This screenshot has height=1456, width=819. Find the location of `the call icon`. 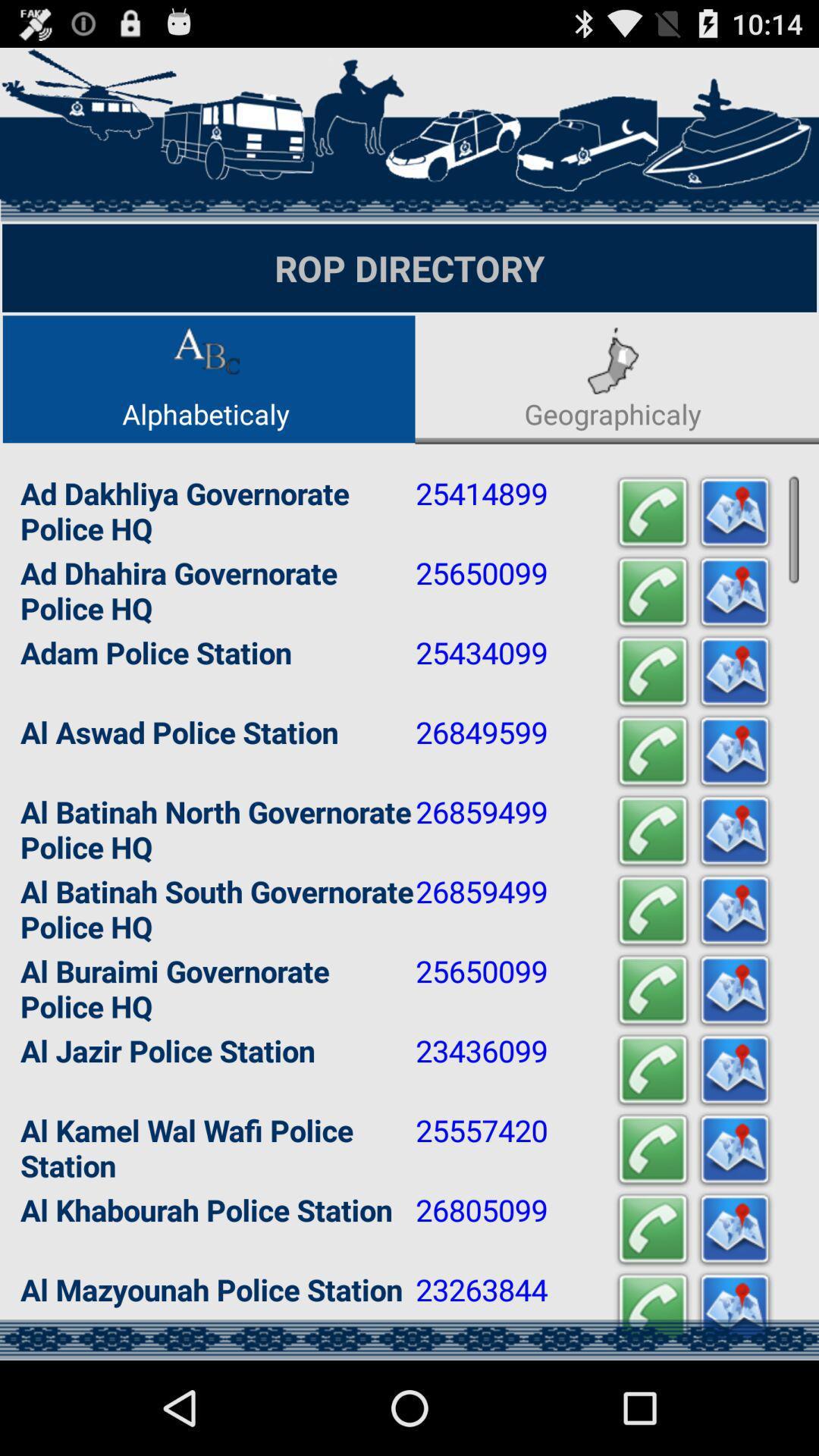

the call icon is located at coordinates (651, 1400).